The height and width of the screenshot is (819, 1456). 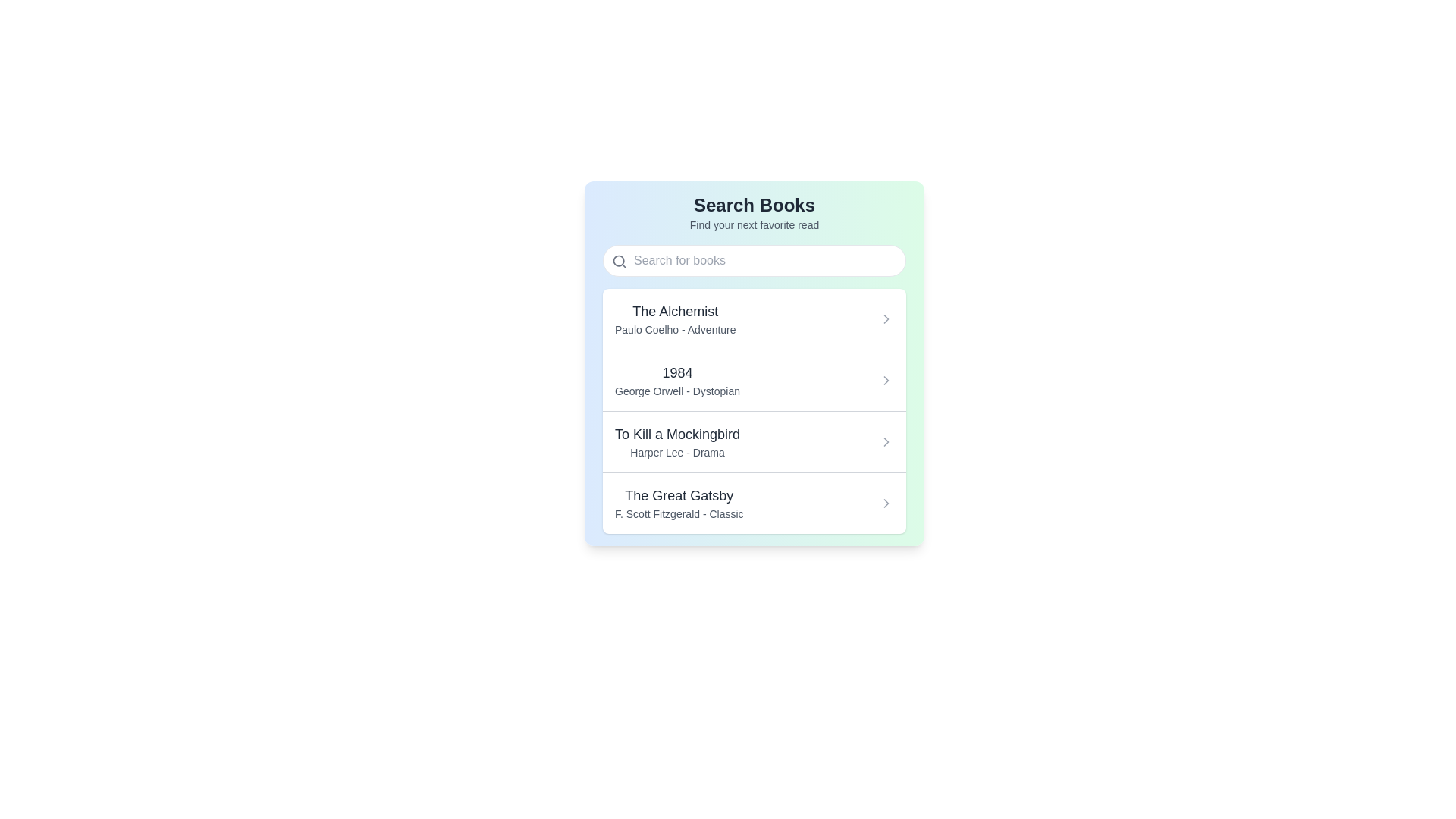 I want to click on the text label 'George Orwell - Dystopian' that is styled with a smaller gray font and positioned below the bold text '1984', so click(x=676, y=391).